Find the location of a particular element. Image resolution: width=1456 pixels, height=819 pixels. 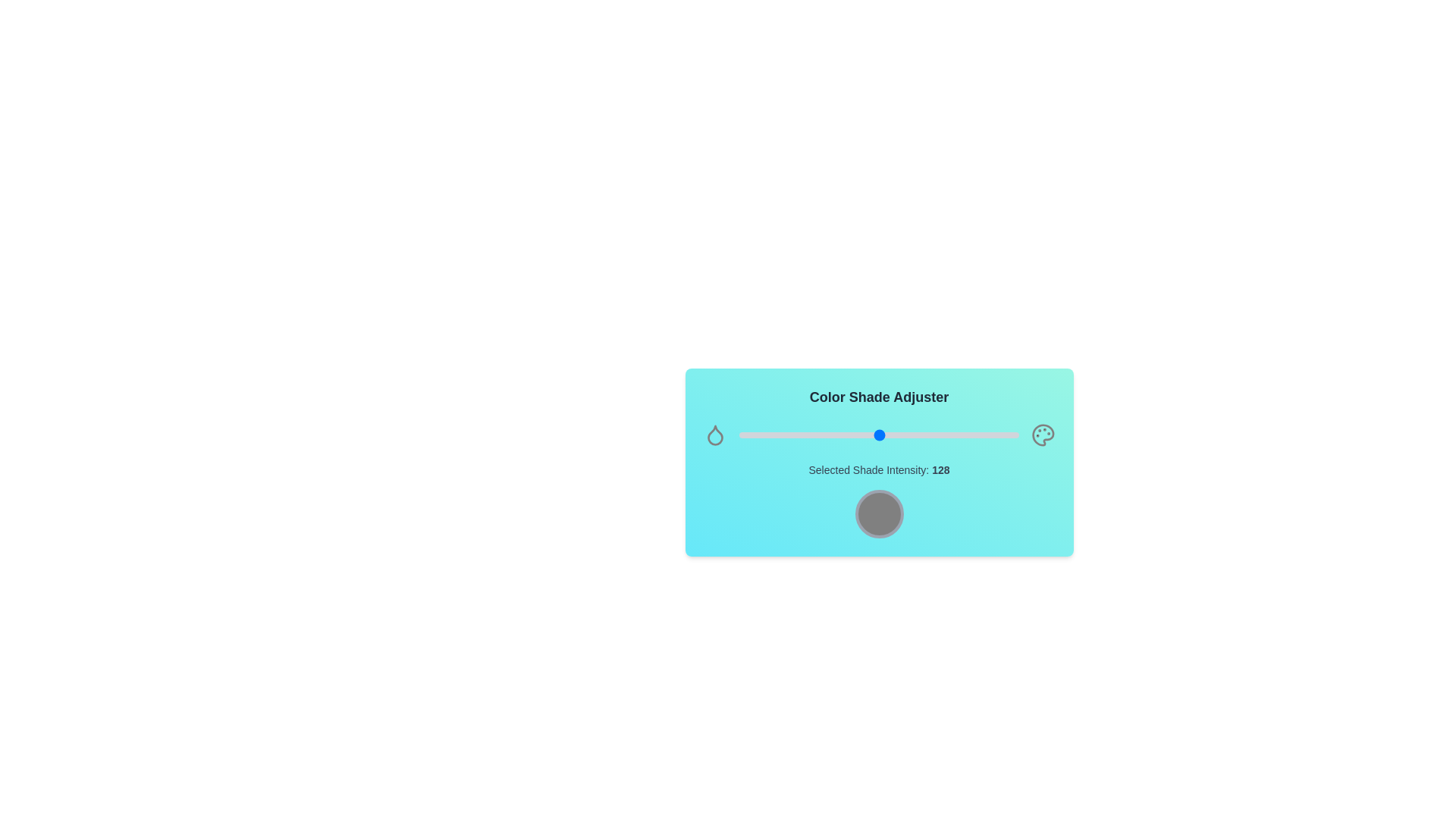

the shade intensity to 20 by interacting with the slider is located at coordinates (761, 435).